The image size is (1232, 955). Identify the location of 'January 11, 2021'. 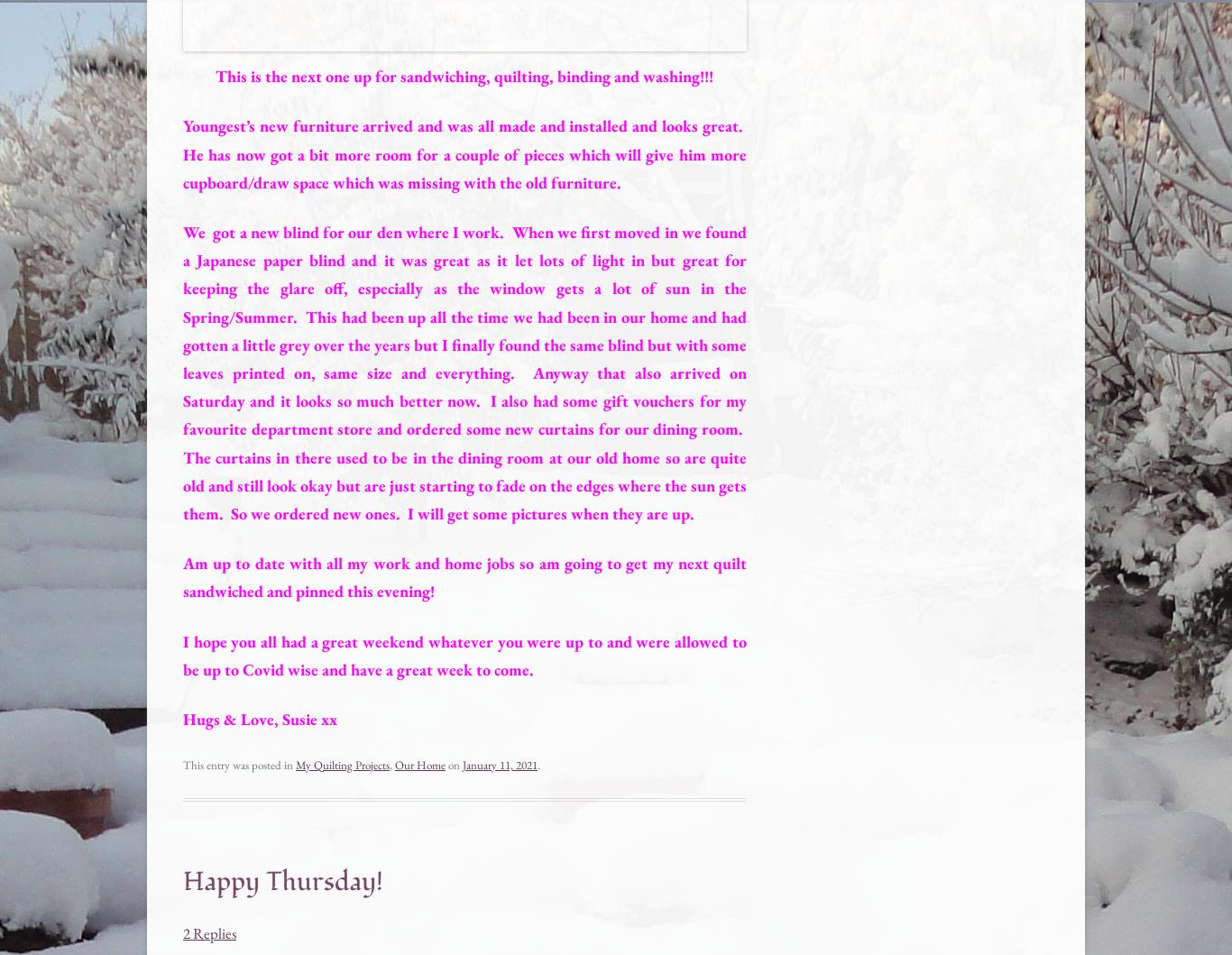
(500, 765).